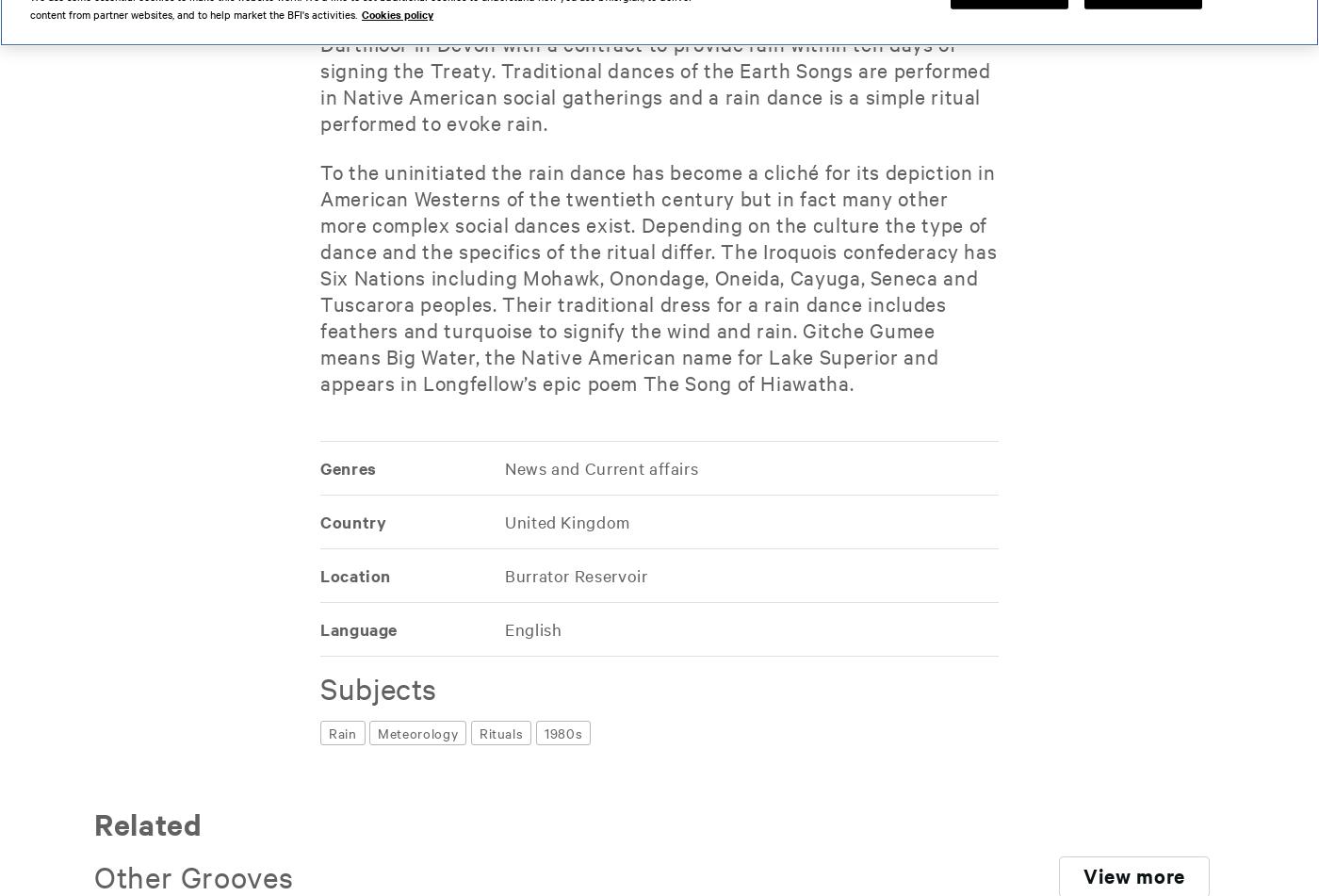  I want to click on 'Rain', so click(342, 732).